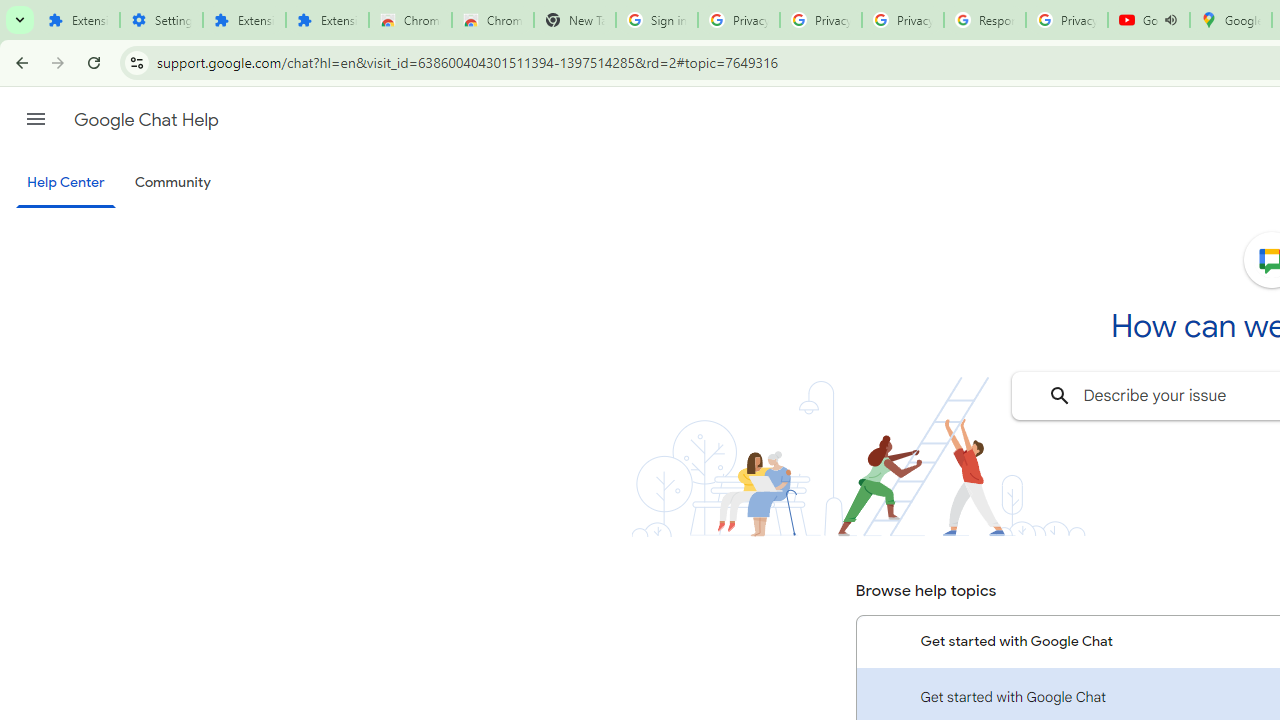  What do you see at coordinates (656, 20) in the screenshot?
I see `'Sign in - Google Accounts'` at bounding box center [656, 20].